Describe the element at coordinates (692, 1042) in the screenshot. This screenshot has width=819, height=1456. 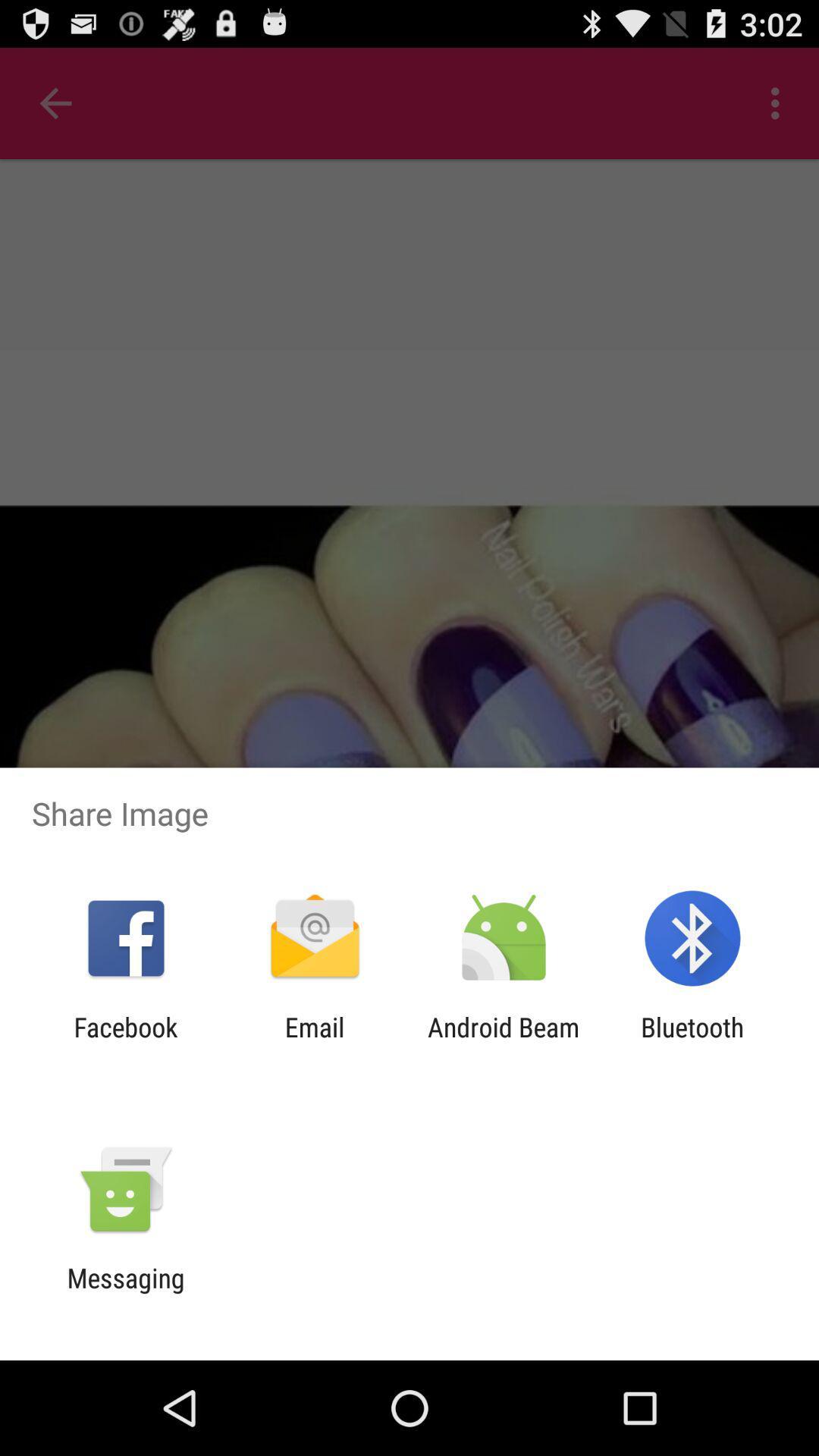
I see `the bluetooth item` at that location.